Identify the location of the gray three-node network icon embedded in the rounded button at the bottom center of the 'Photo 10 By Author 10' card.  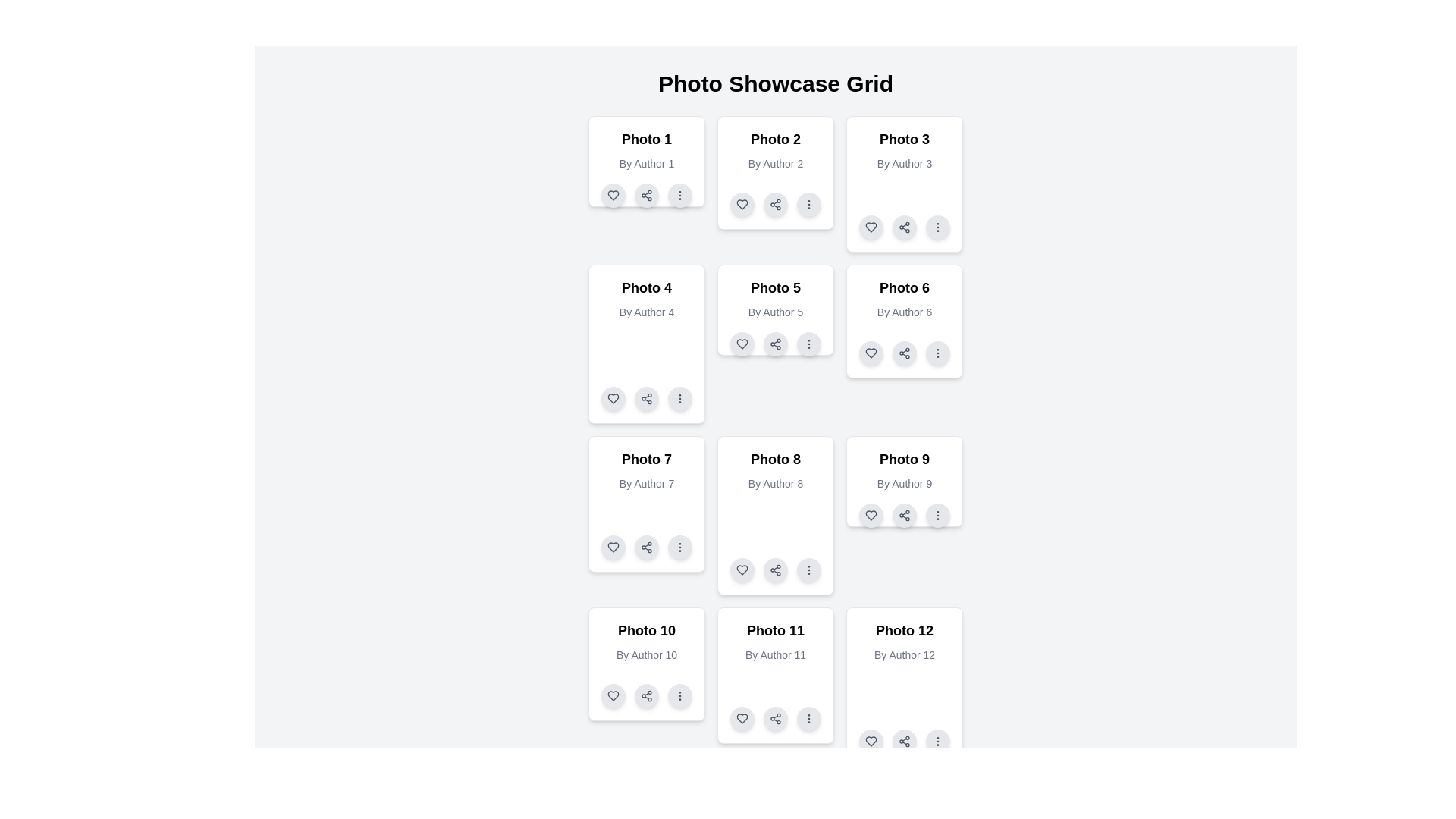
(647, 696).